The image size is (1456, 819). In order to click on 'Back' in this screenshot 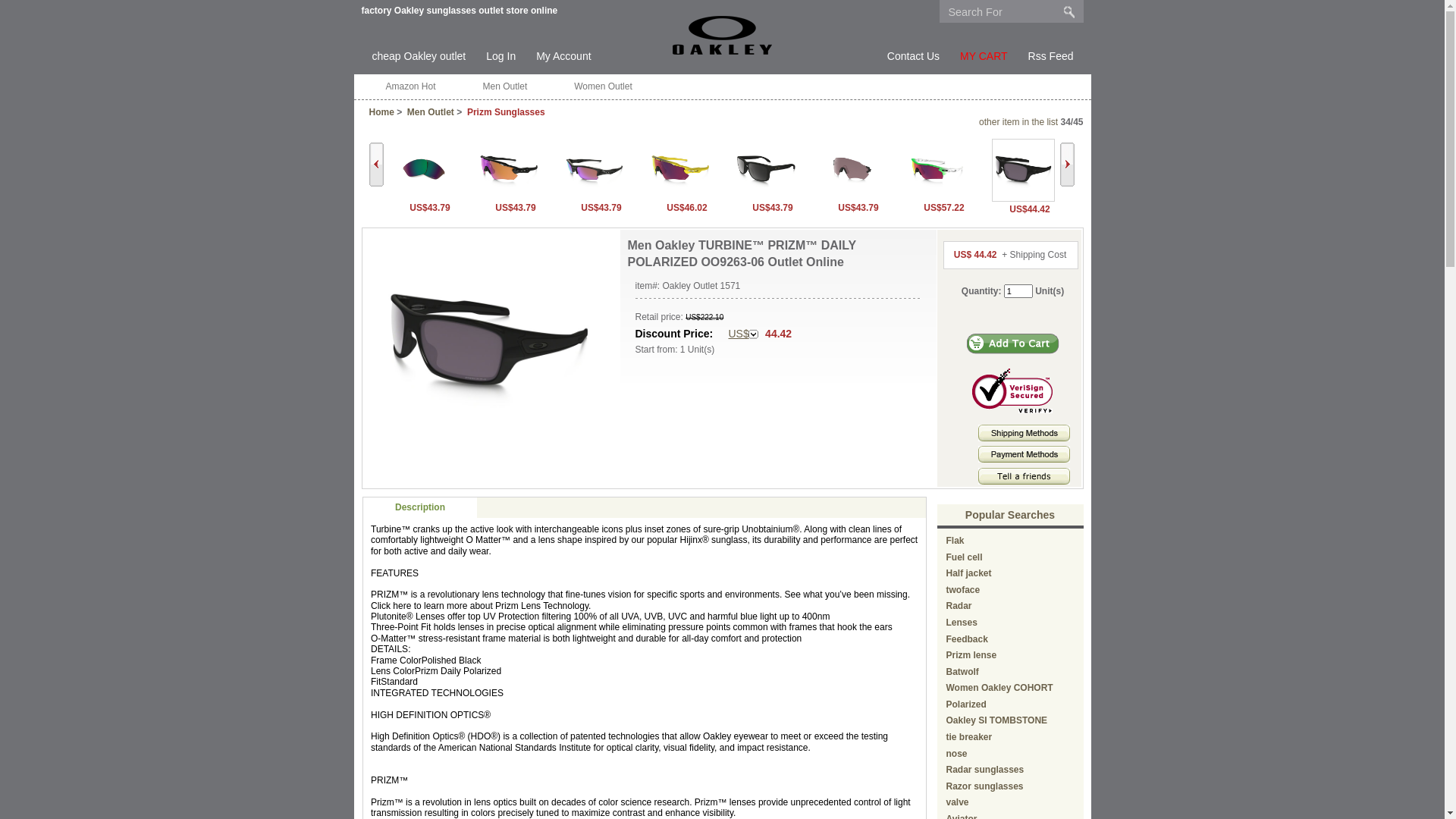, I will do `click(375, 164)`.